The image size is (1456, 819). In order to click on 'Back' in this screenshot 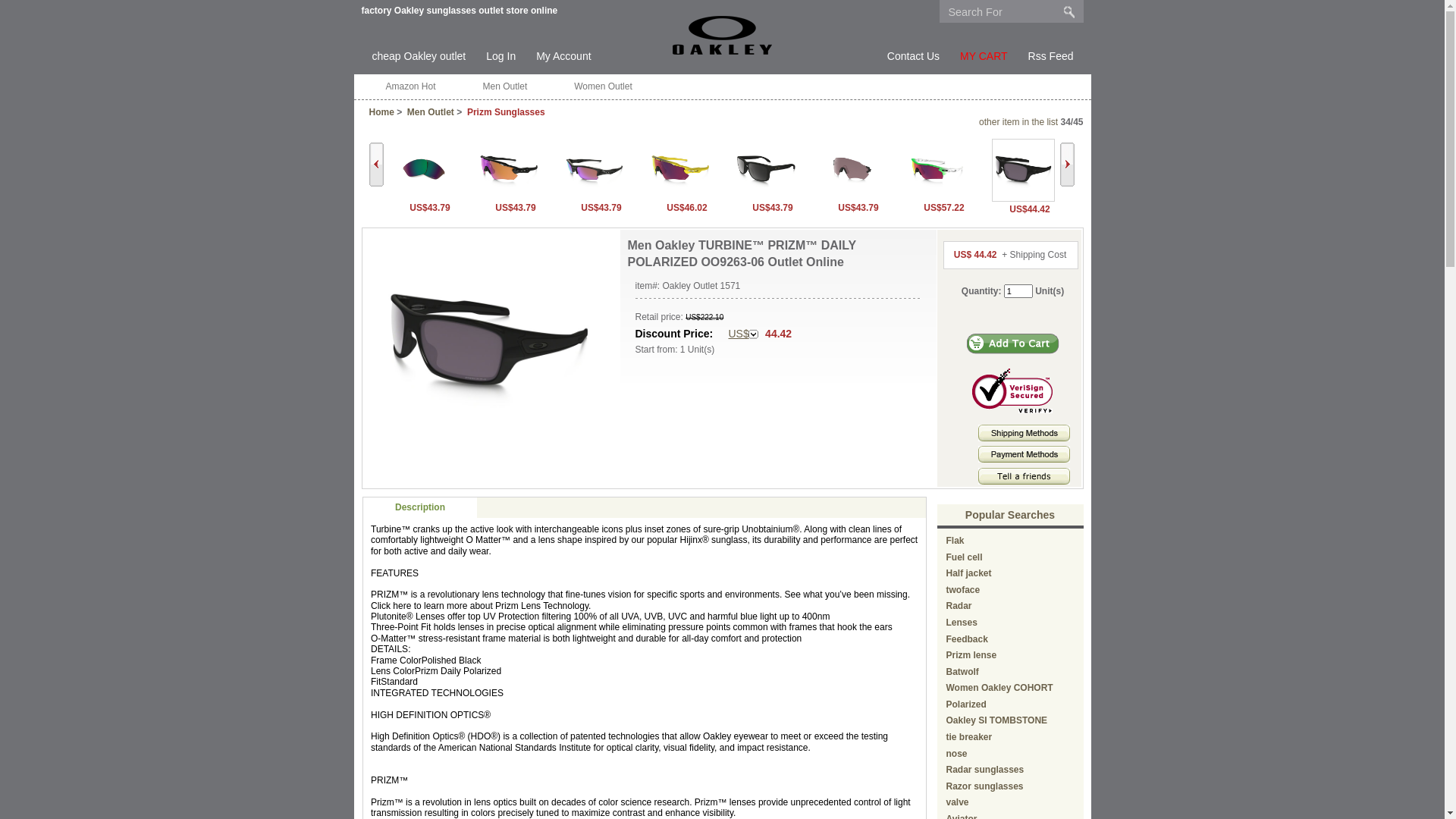, I will do `click(375, 164)`.